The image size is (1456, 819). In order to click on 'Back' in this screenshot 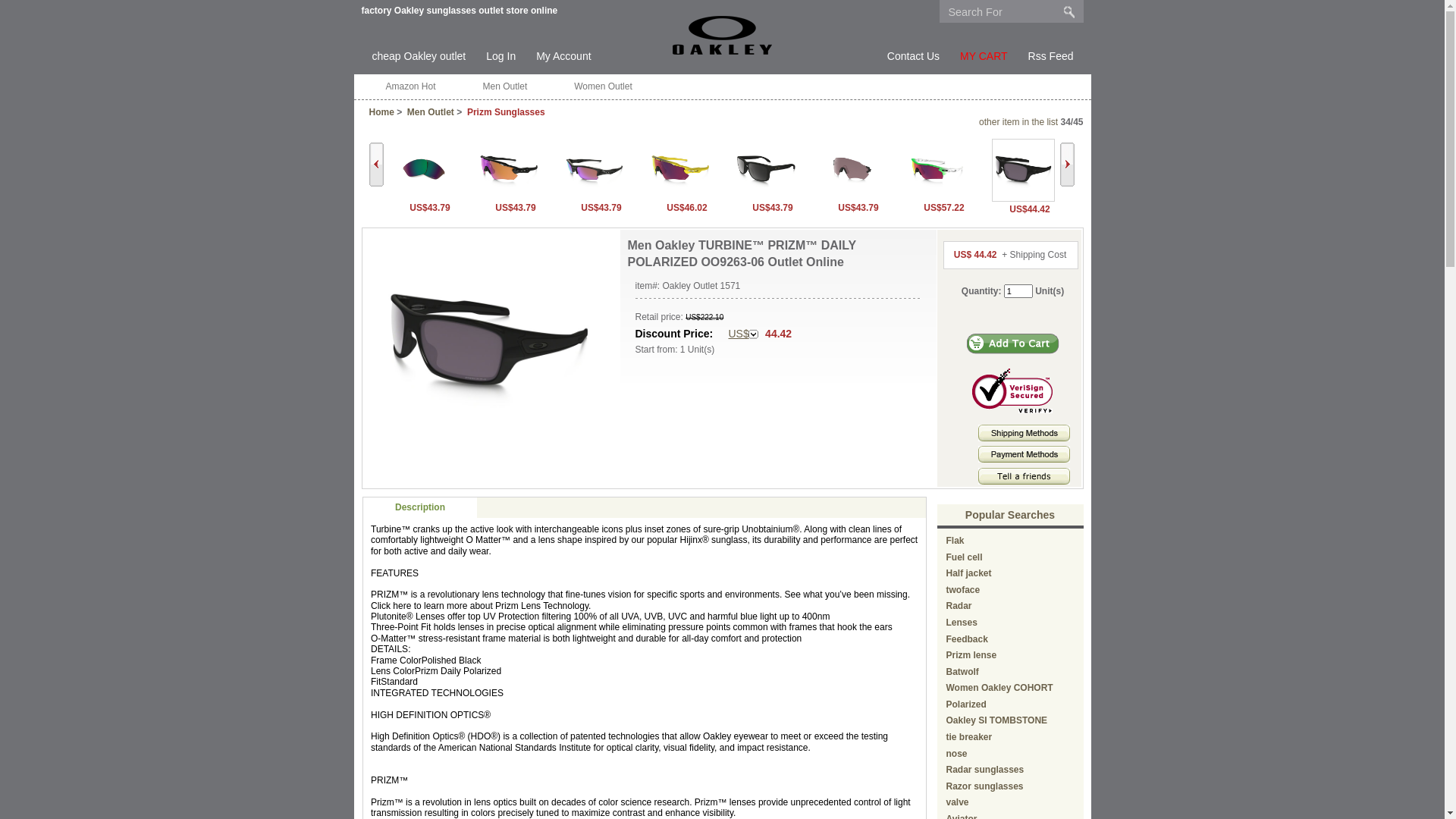, I will do `click(375, 164)`.